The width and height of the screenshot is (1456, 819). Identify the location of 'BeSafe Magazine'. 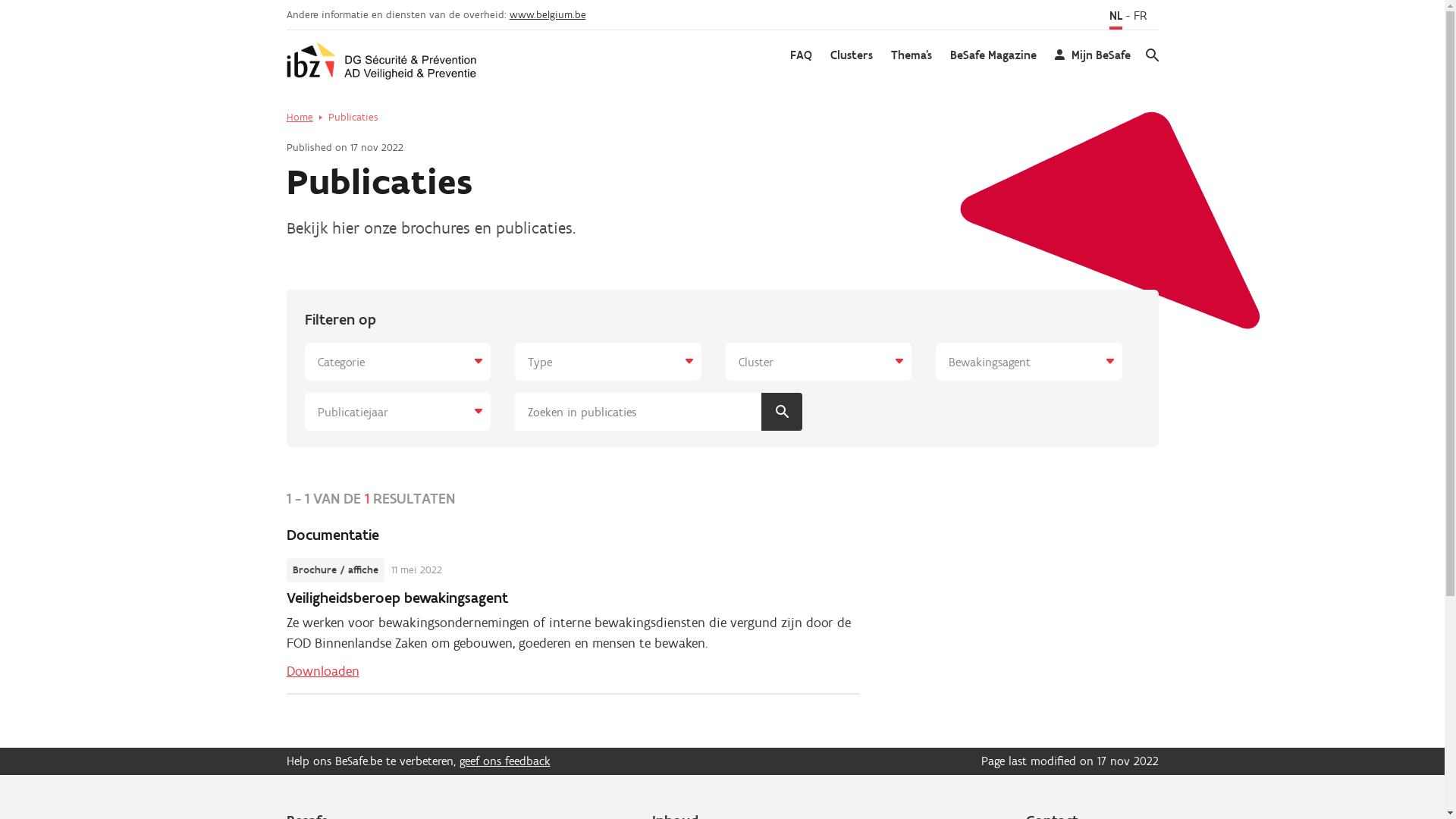
(993, 55).